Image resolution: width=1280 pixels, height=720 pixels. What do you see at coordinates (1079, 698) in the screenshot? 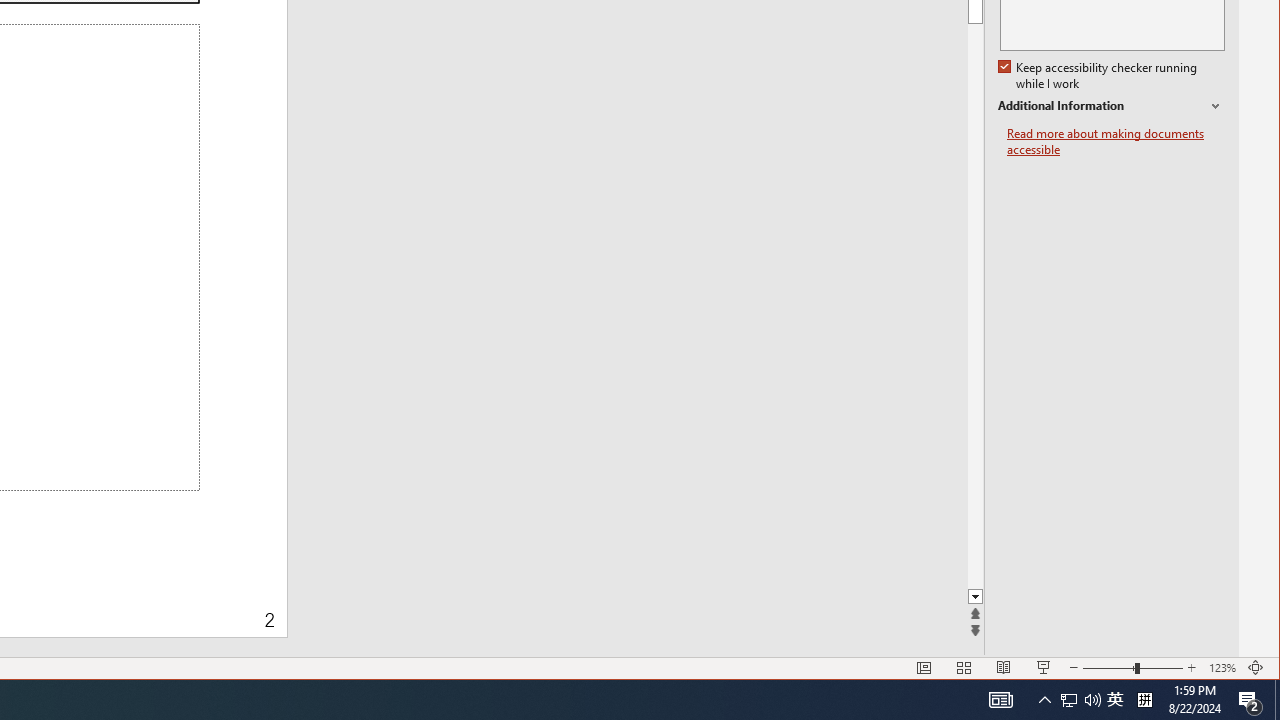
I see `'User Promoted Notification Area'` at bounding box center [1079, 698].